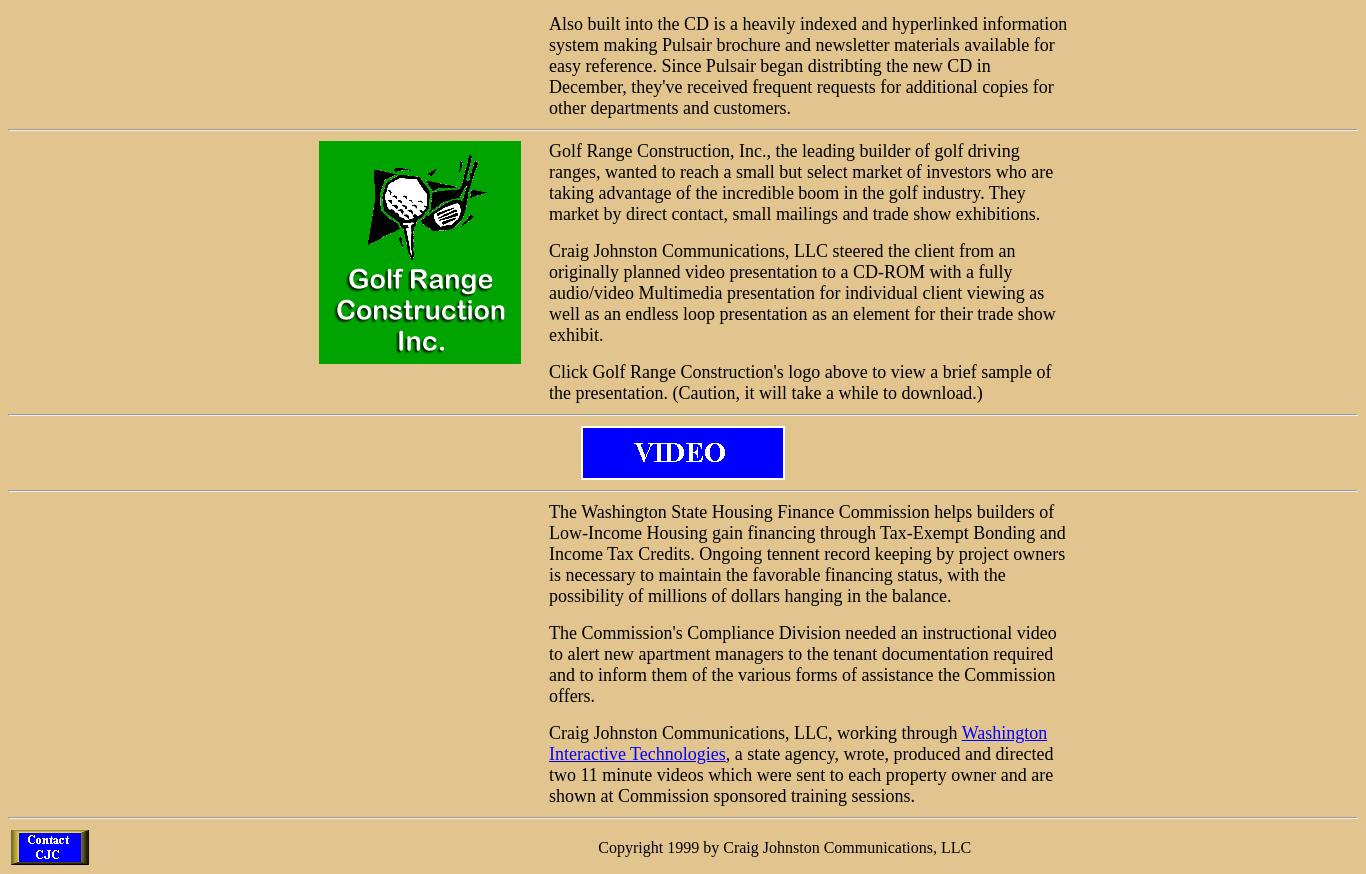 The image size is (1366, 874). Describe the element at coordinates (754, 732) in the screenshot. I see `'Craig Johnston Communications, LLC, working through'` at that location.